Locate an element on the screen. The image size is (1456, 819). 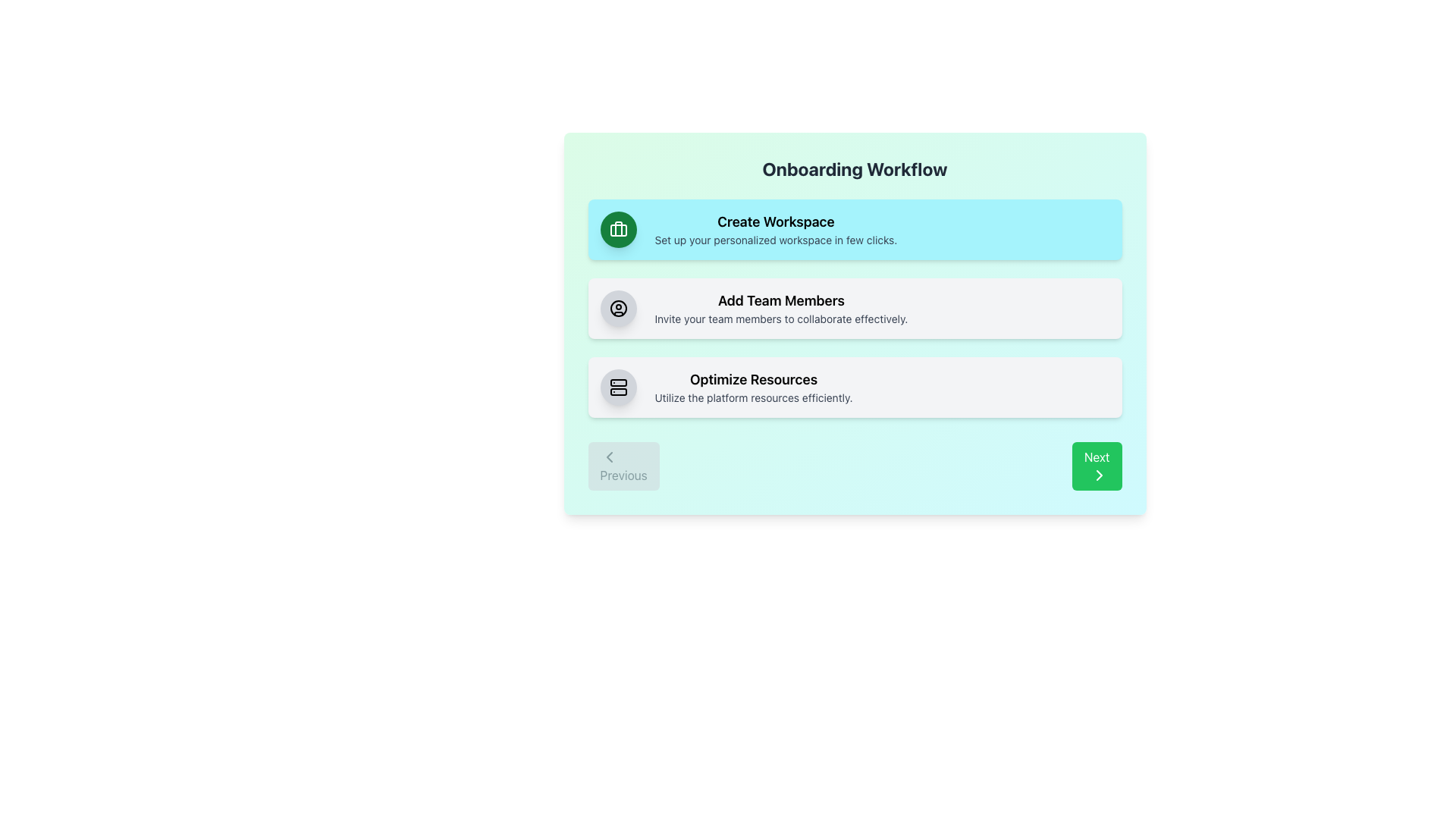
the 'Next' button located at the lower-right corner of the main UI block to proceed to the next step in the workflow is located at coordinates (1097, 465).